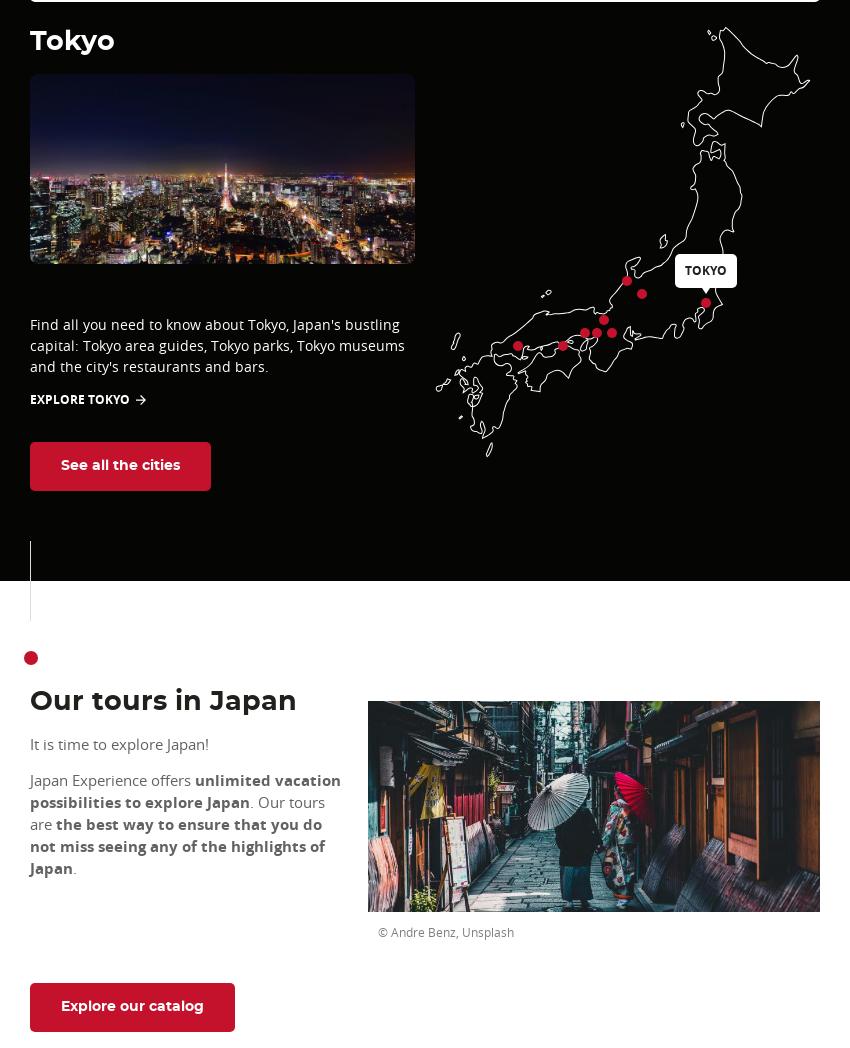 The height and width of the screenshot is (1048, 850). I want to click on 'Find all you need to know about Tokyo, Japan's bustling capital: Tokyo area guides, Tokyo parks, Tokyo museums and the city's restaurants and bars.', so click(29, 345).